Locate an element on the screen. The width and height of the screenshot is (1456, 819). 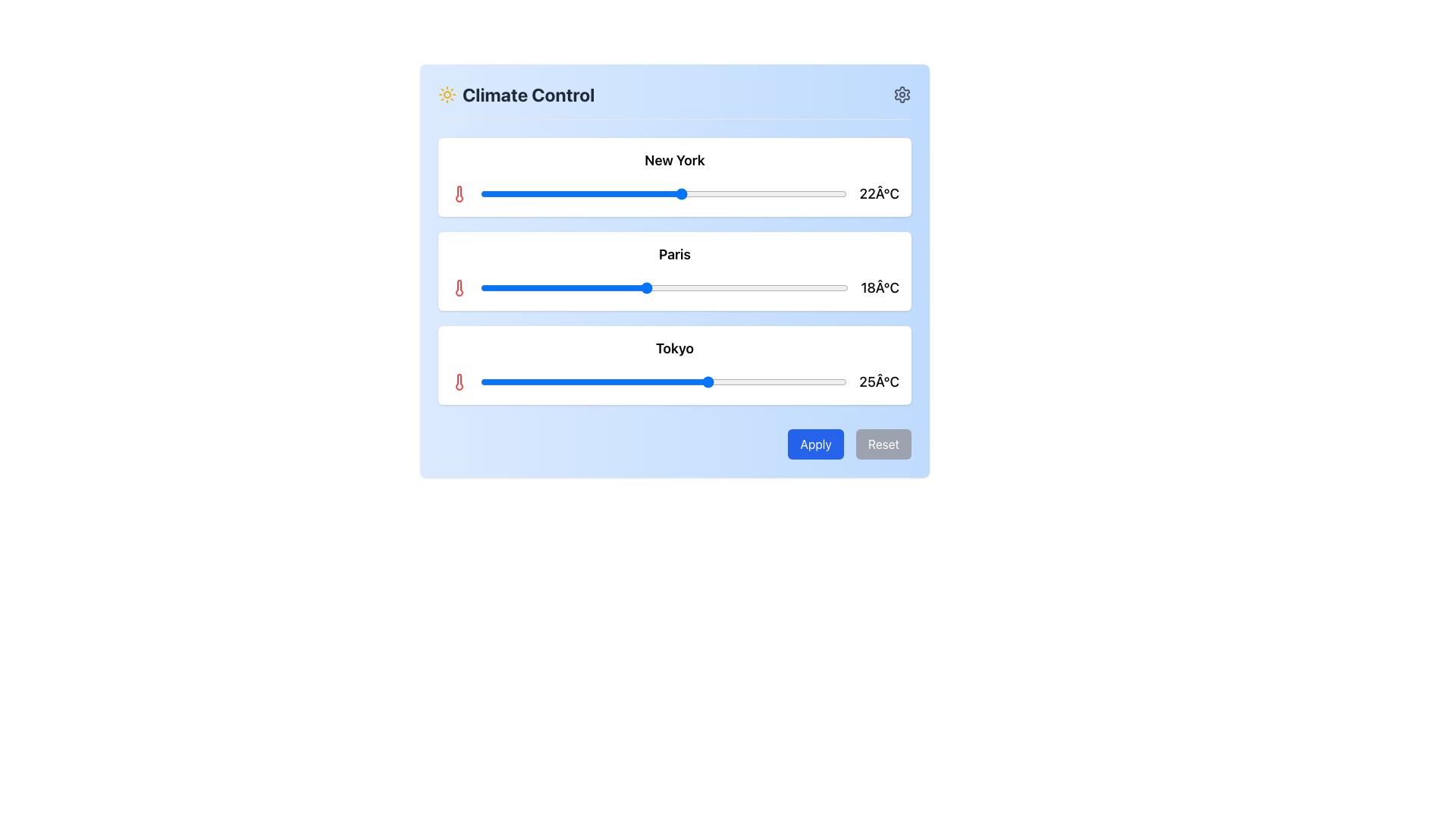
the temperature for Paris is located at coordinates (572, 288).